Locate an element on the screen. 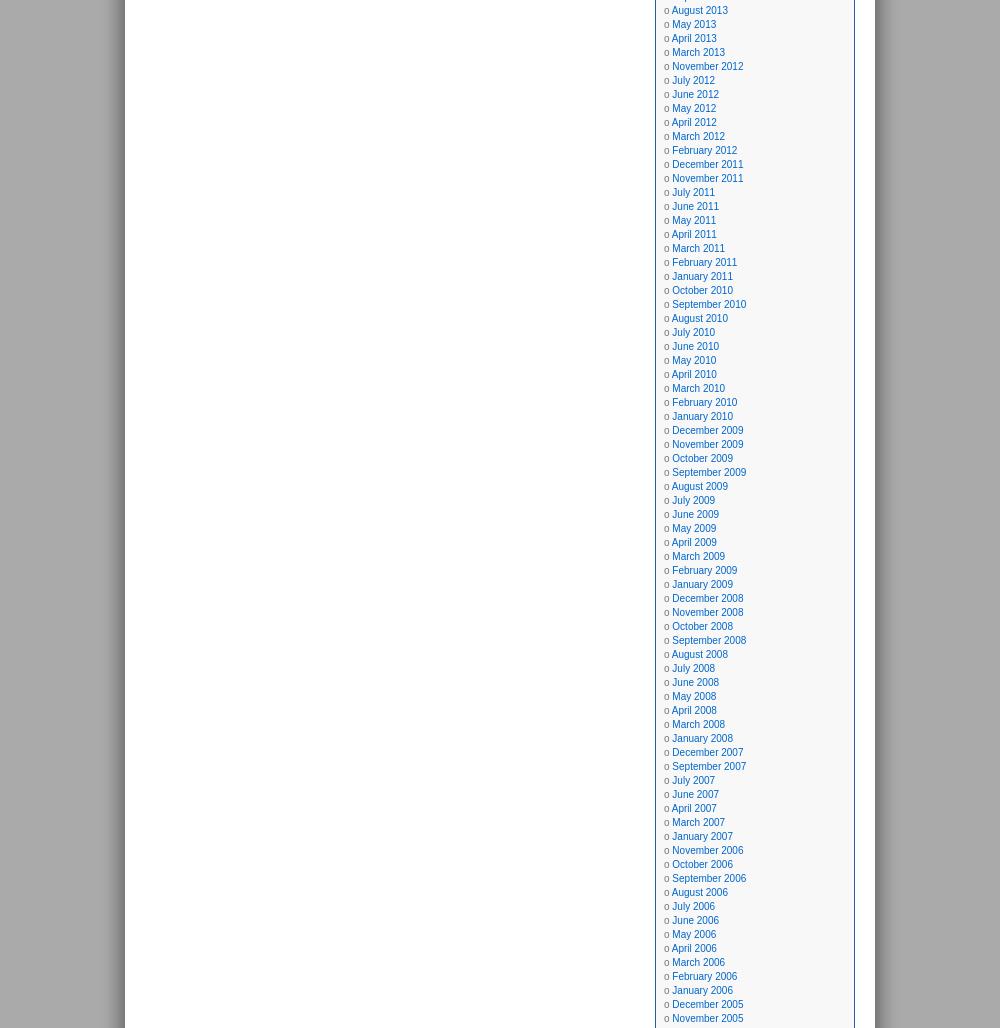 This screenshot has height=1028, width=1000. 'February 2012' is located at coordinates (703, 150).